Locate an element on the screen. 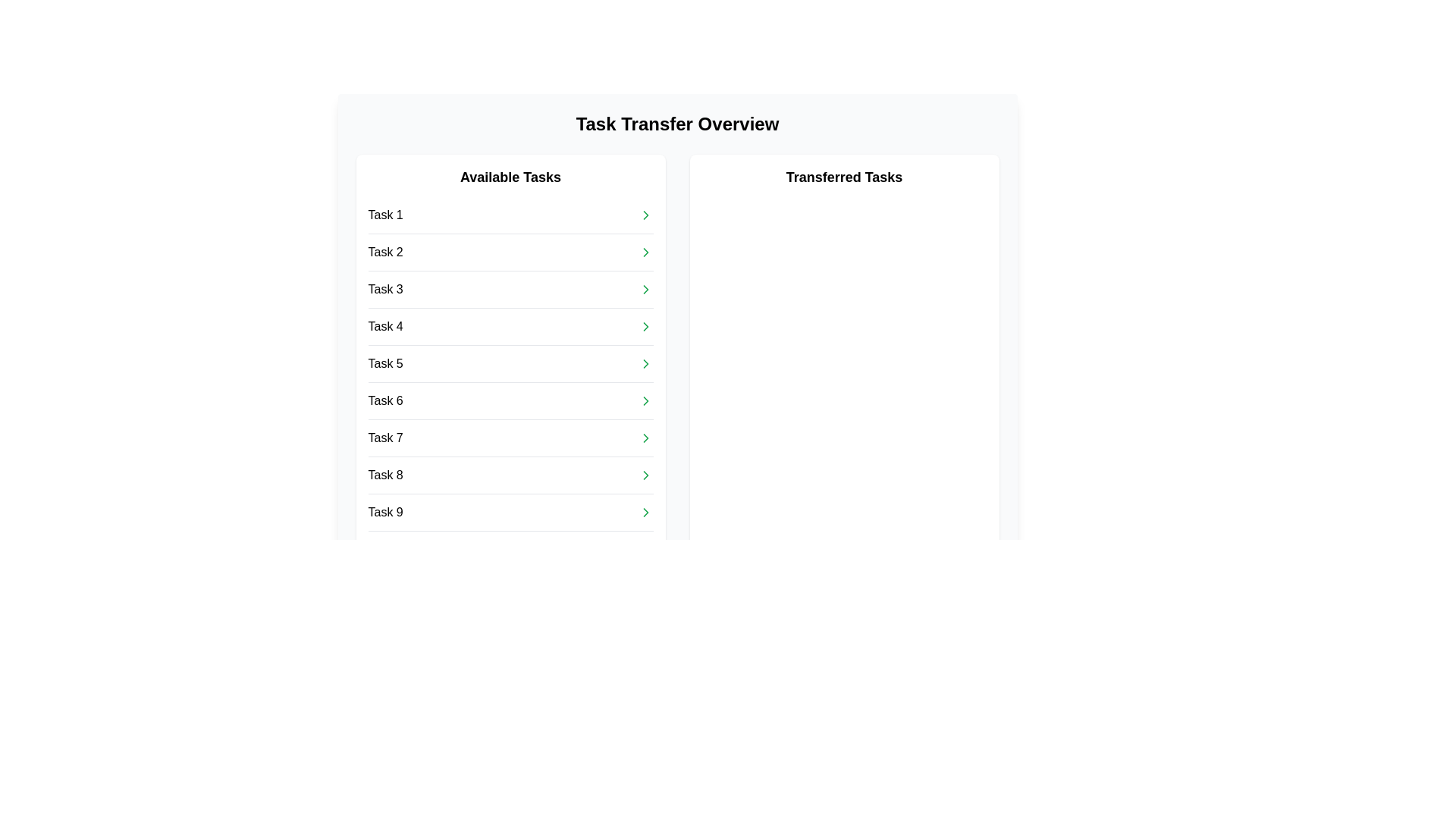 Image resolution: width=1456 pixels, height=819 pixels. the fourth list item in the 'Available Tasks' section is located at coordinates (510, 326).